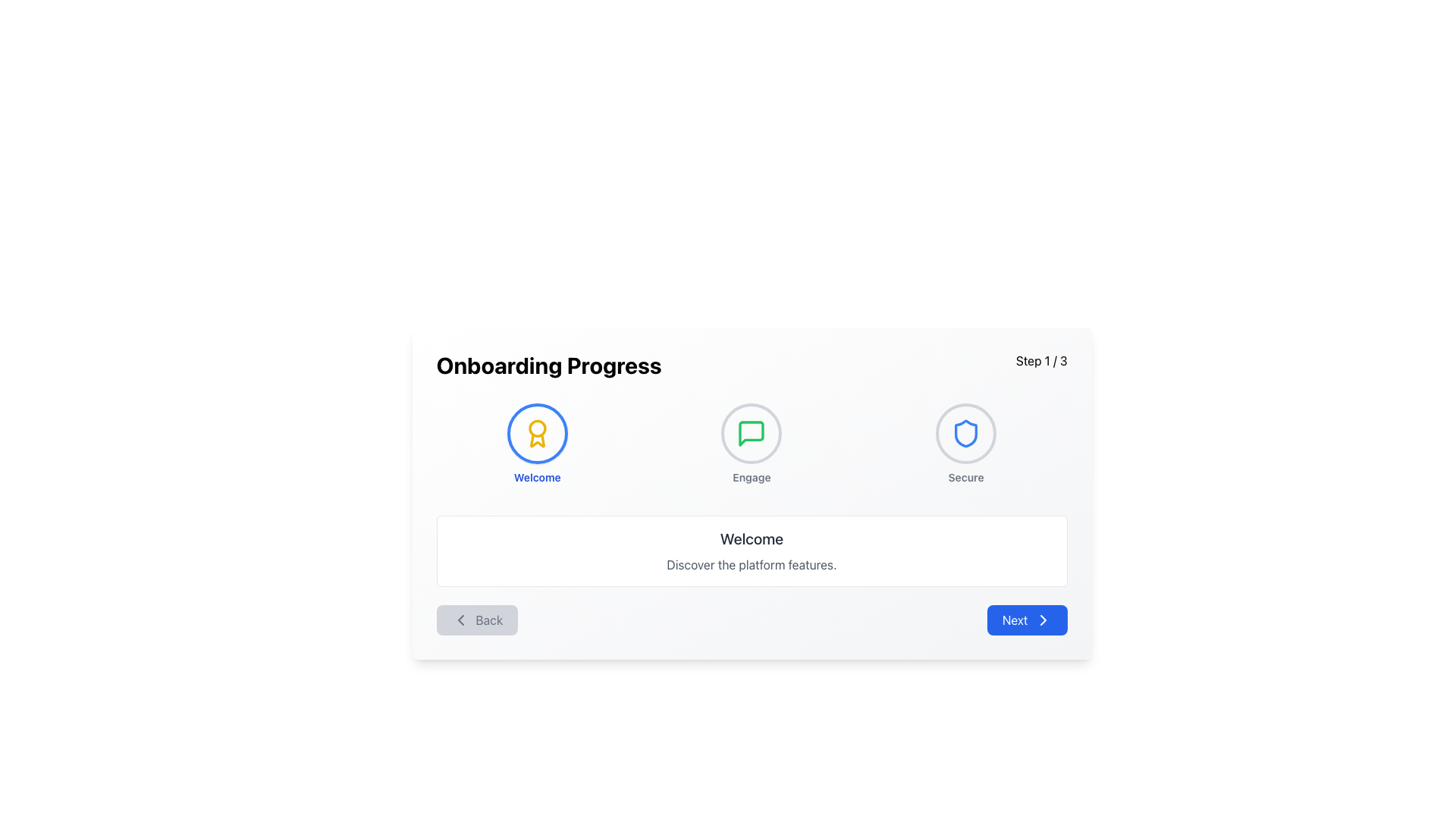  Describe the element at coordinates (537, 428) in the screenshot. I see `the decorative circle within the SVG graphic, which is a yellow and white circular shape symbolizing achievement, located at the center of the first icon in a sequence of three` at that location.